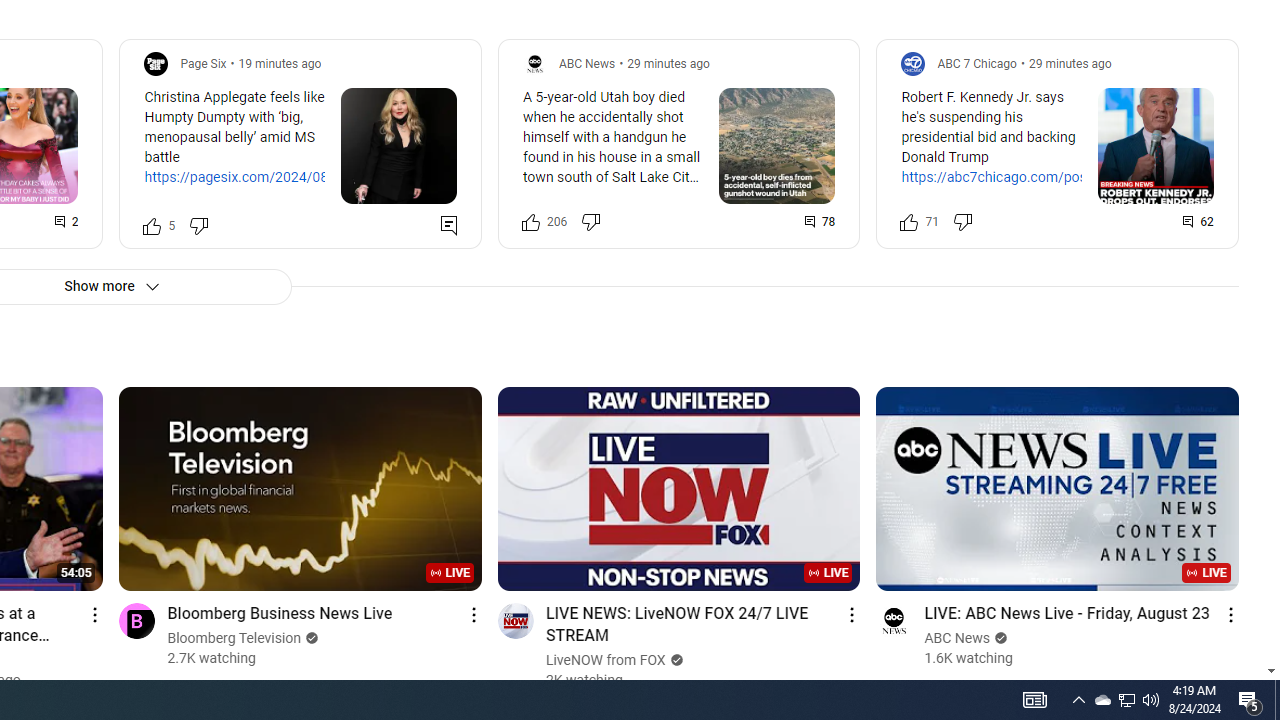 The height and width of the screenshot is (720, 1280). I want to click on 'Like this post along with 206 other people', so click(530, 221).